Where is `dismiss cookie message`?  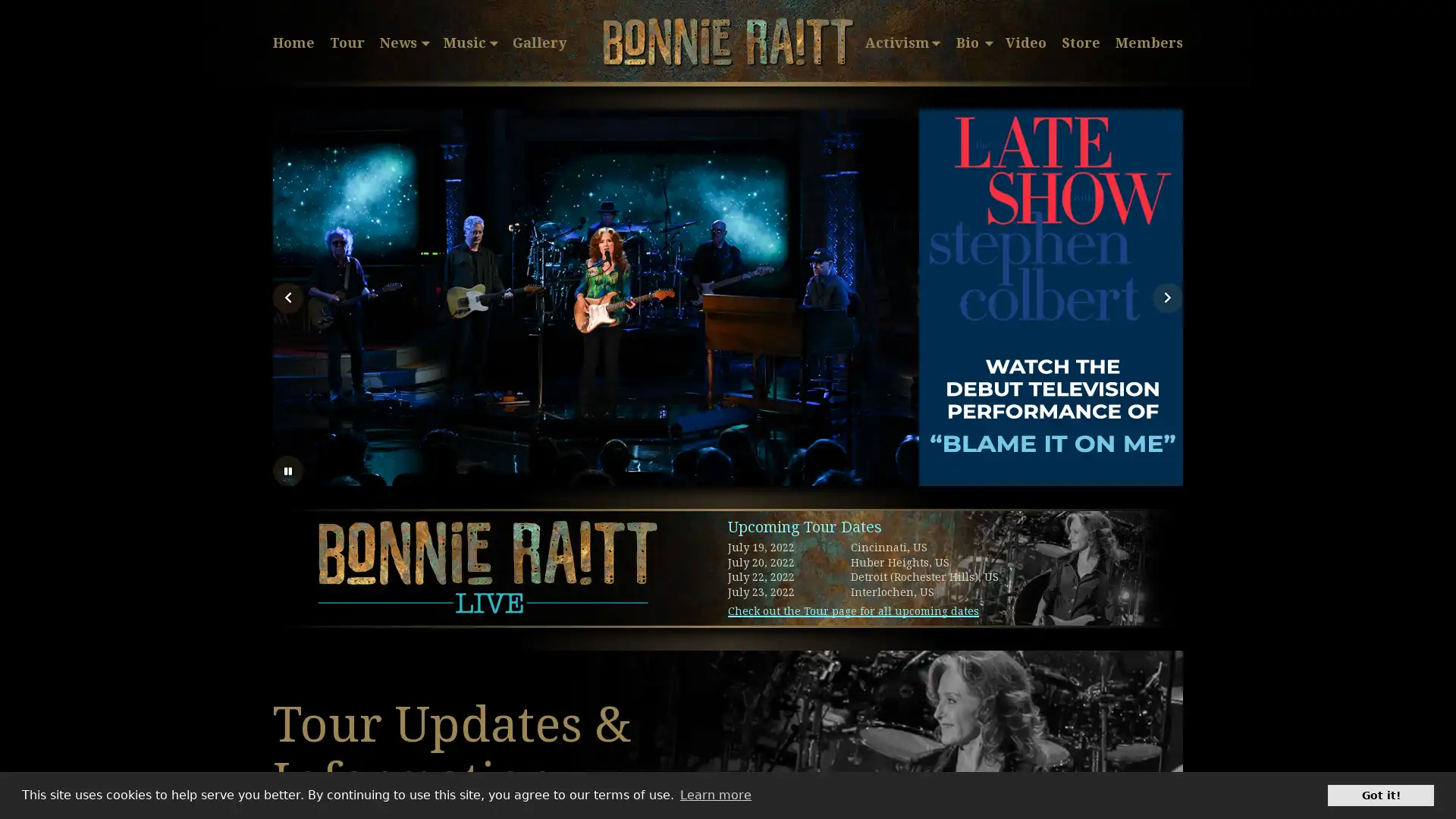
dismiss cookie message is located at coordinates (1380, 794).